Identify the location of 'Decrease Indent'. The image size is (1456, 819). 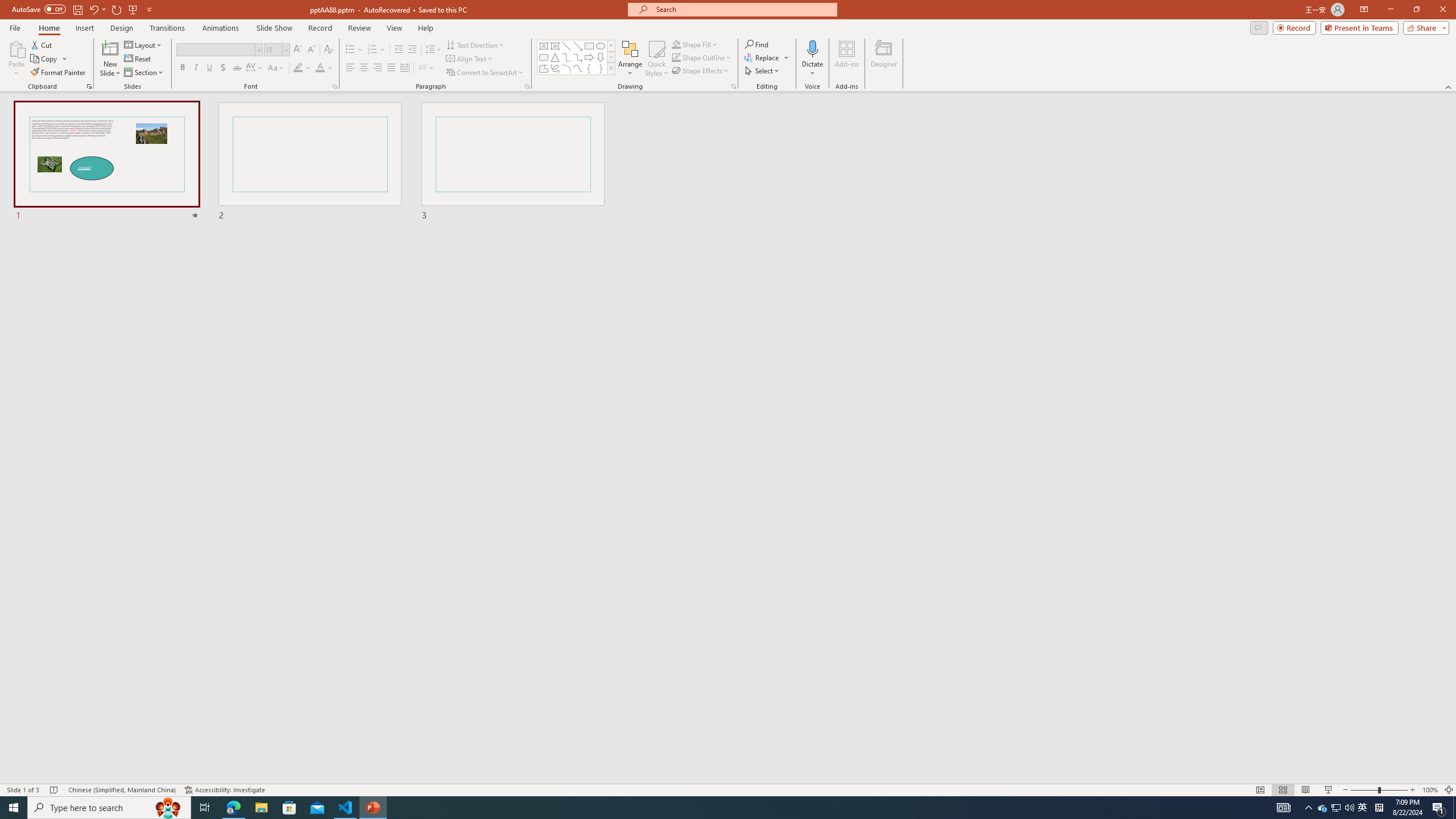
(399, 49).